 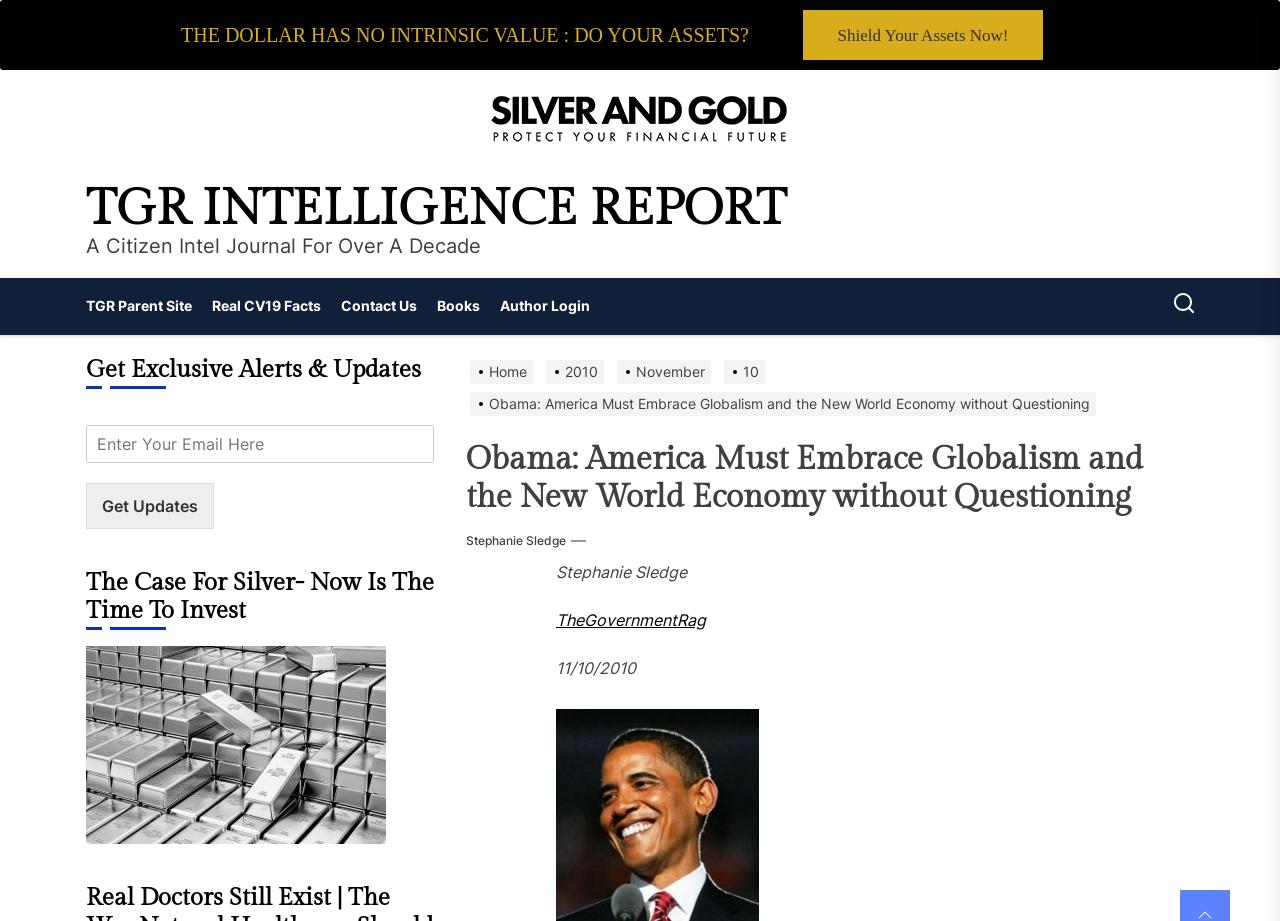 I want to click on 'Books', so click(x=435, y=304).